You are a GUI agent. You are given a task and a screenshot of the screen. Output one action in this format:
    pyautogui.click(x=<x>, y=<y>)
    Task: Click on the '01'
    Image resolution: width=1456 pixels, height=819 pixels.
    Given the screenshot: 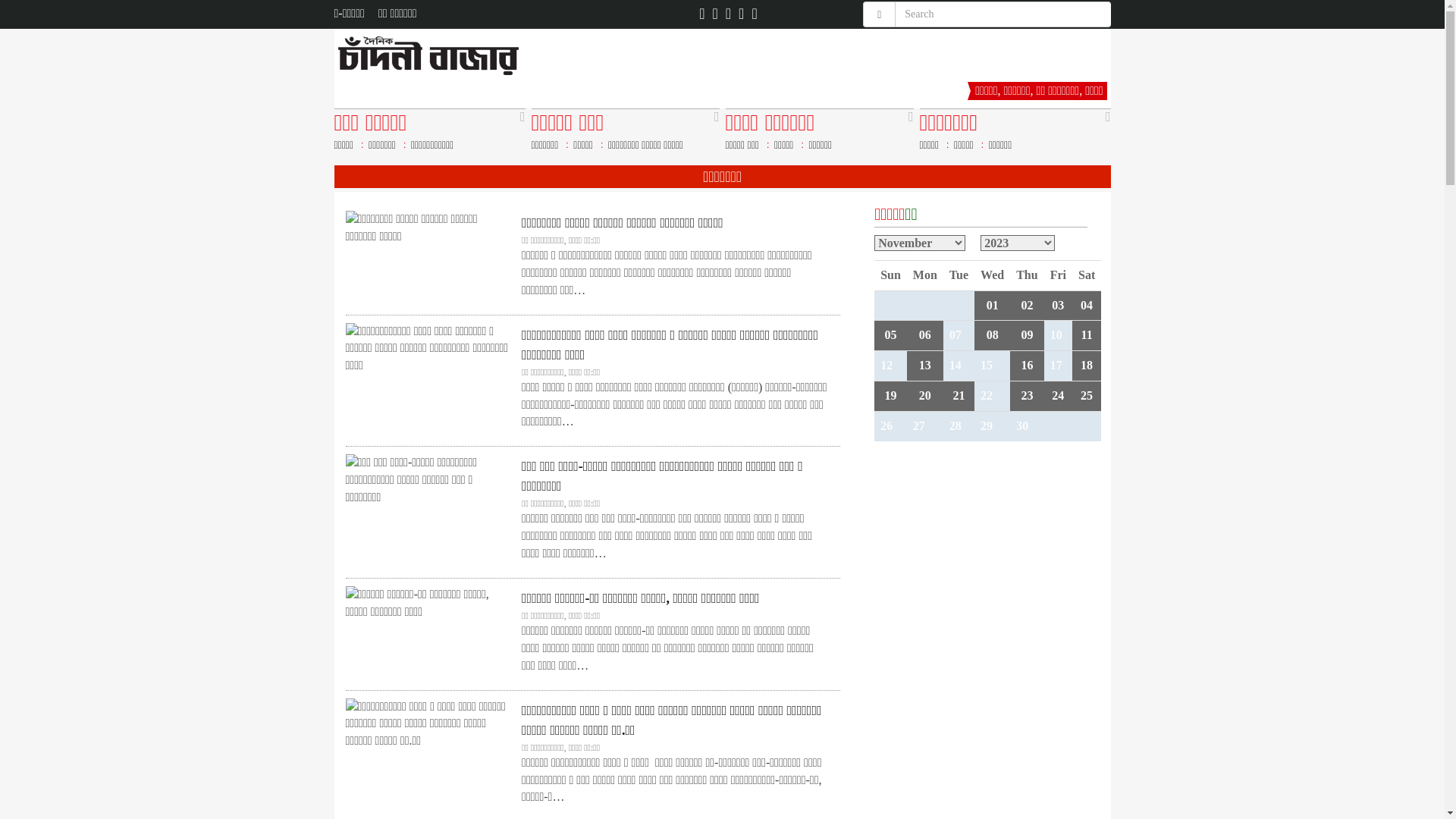 What is the action you would take?
    pyautogui.click(x=993, y=305)
    